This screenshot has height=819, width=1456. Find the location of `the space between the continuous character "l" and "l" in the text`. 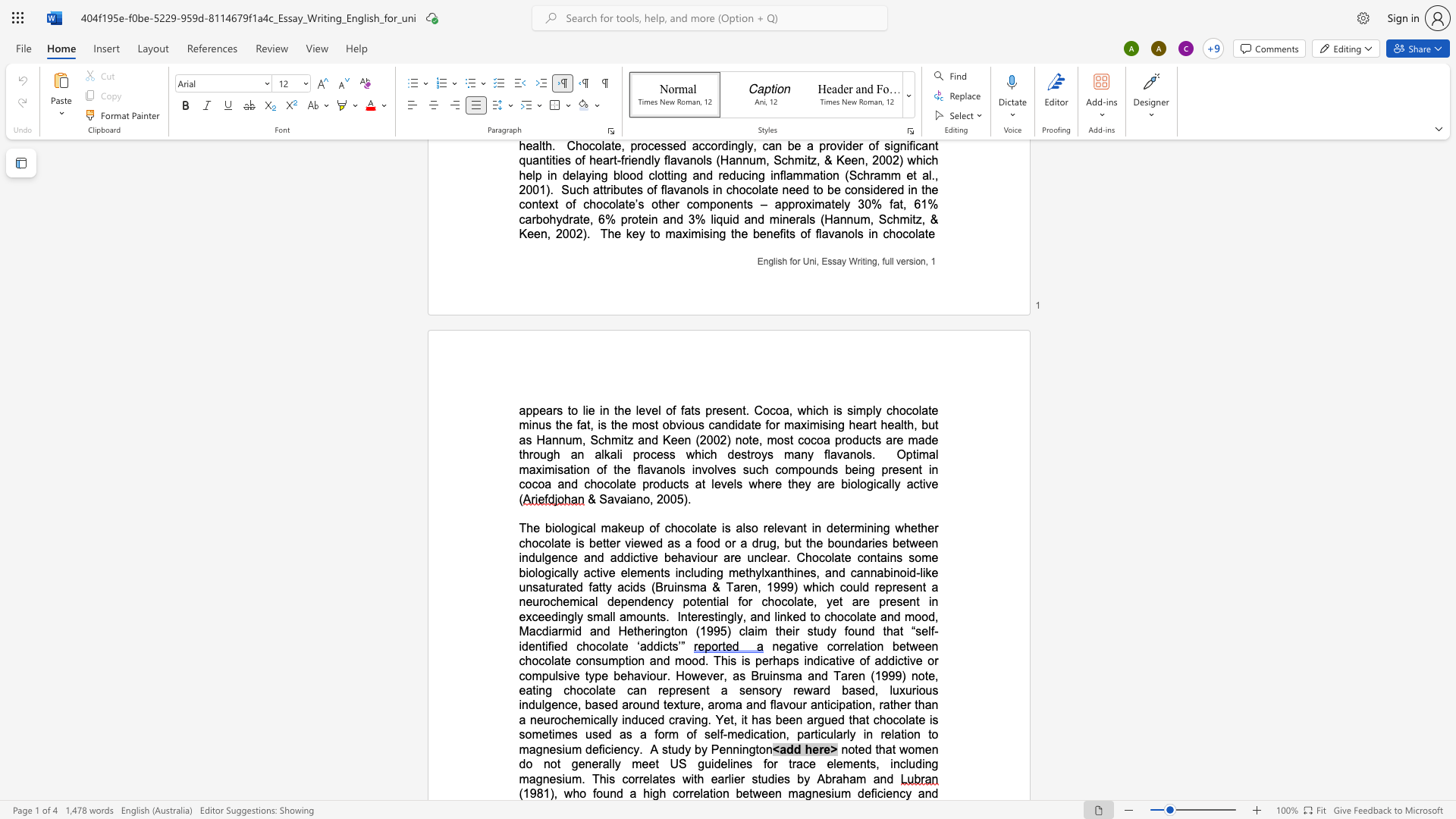

the space between the continuous character "l" and "l" in the text is located at coordinates (892, 260).